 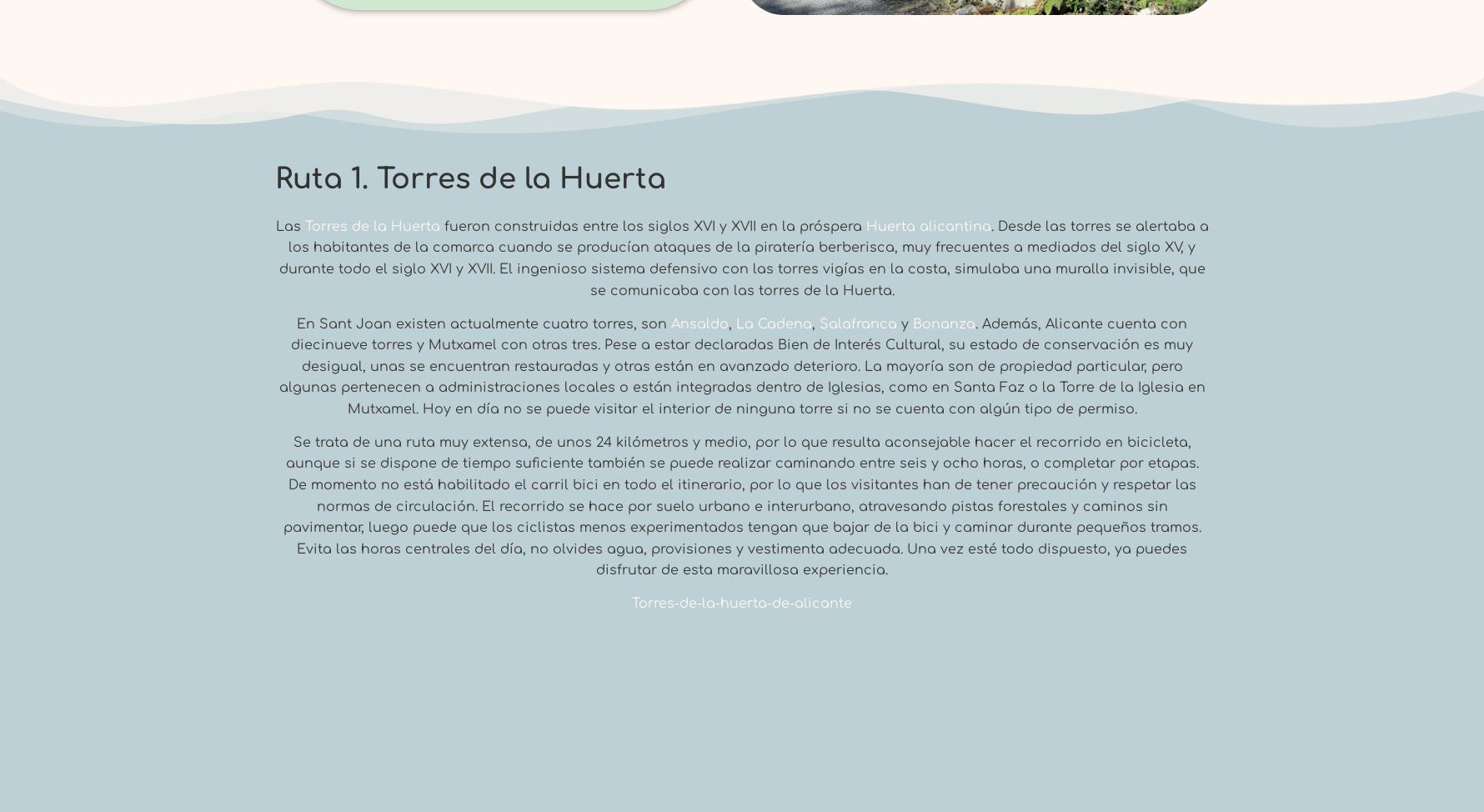 What do you see at coordinates (927, 224) in the screenshot?
I see `'Huerta alicantina'` at bounding box center [927, 224].